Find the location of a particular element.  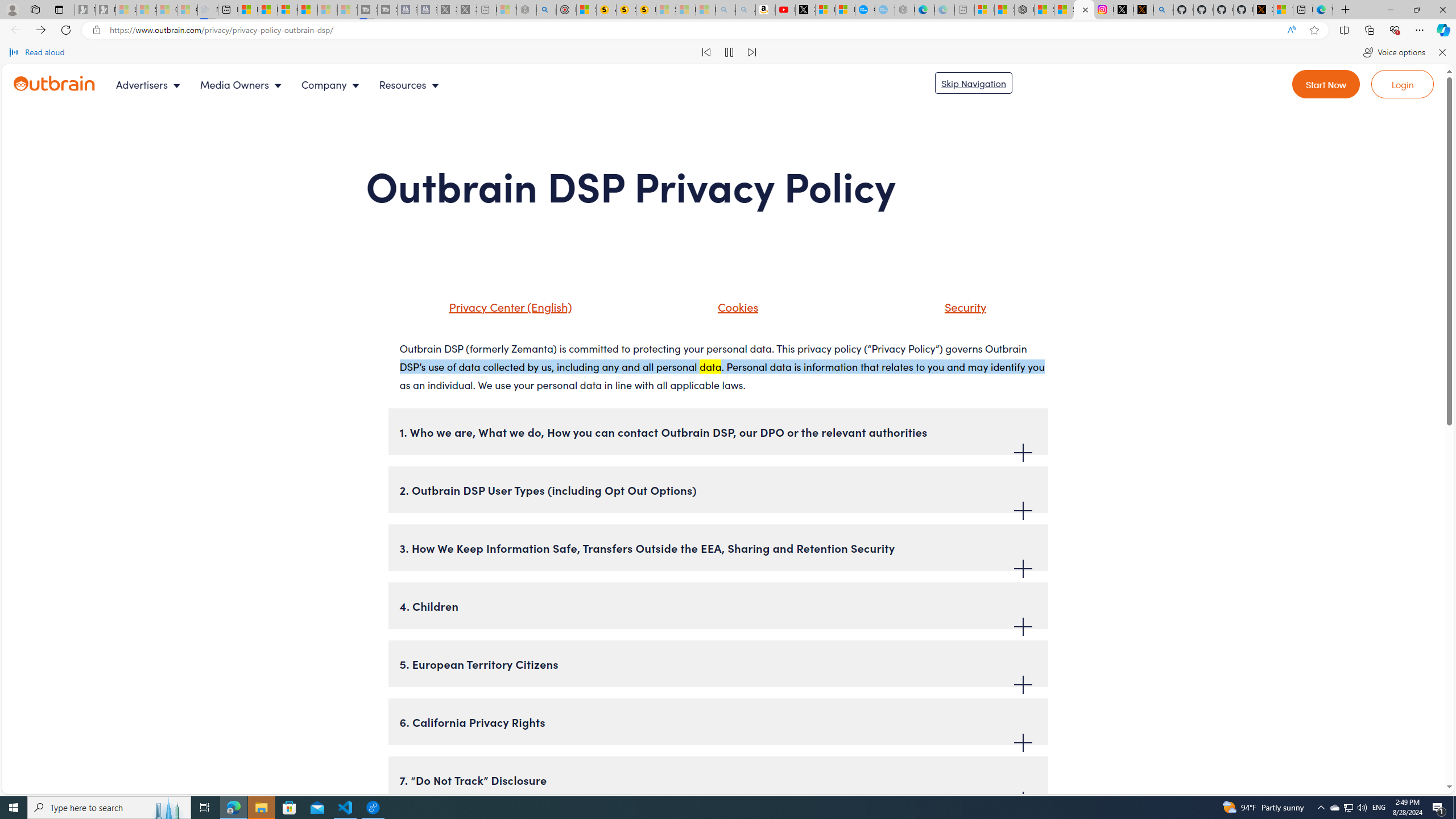

'Nordace - Nordace has arrived Hong Kong - Sleeping' is located at coordinates (904, 9).